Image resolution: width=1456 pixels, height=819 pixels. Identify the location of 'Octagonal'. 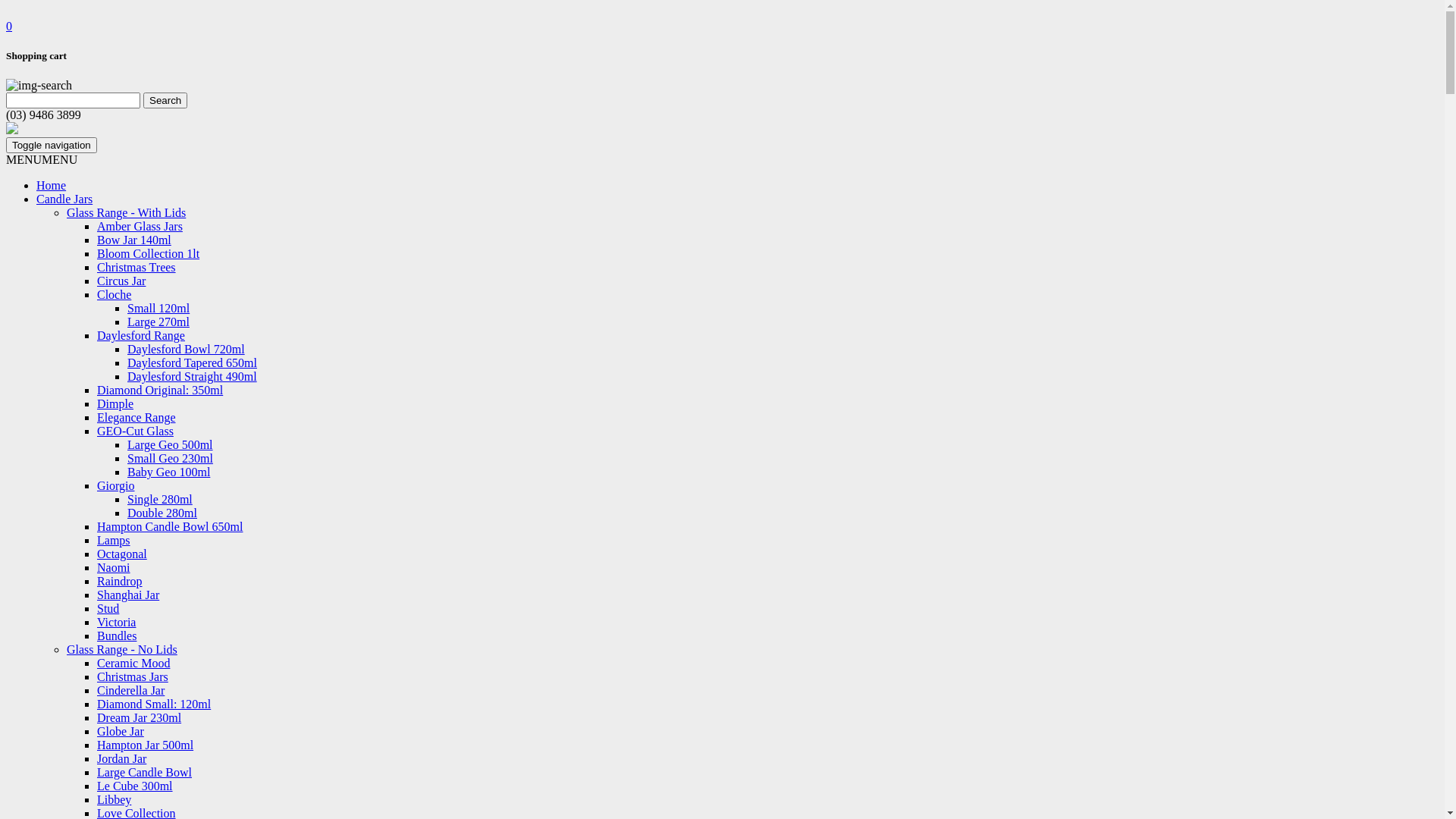
(122, 554).